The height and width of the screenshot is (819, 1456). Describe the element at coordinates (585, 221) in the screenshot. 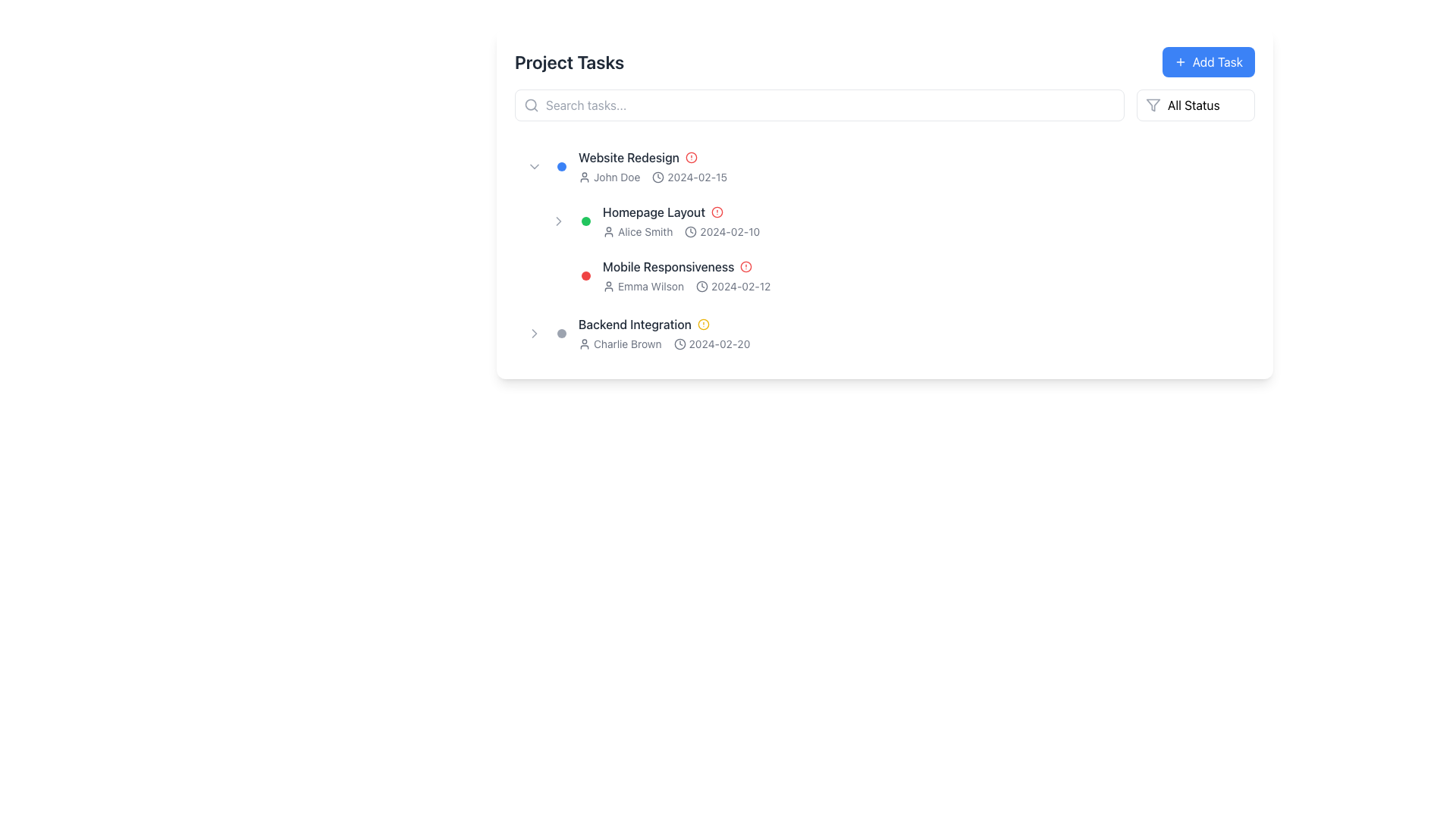

I see `the status indicator for the 'Homepage Layout' task, which visually communicates the current state of the task and is positioned directly to the left of the task title` at that location.